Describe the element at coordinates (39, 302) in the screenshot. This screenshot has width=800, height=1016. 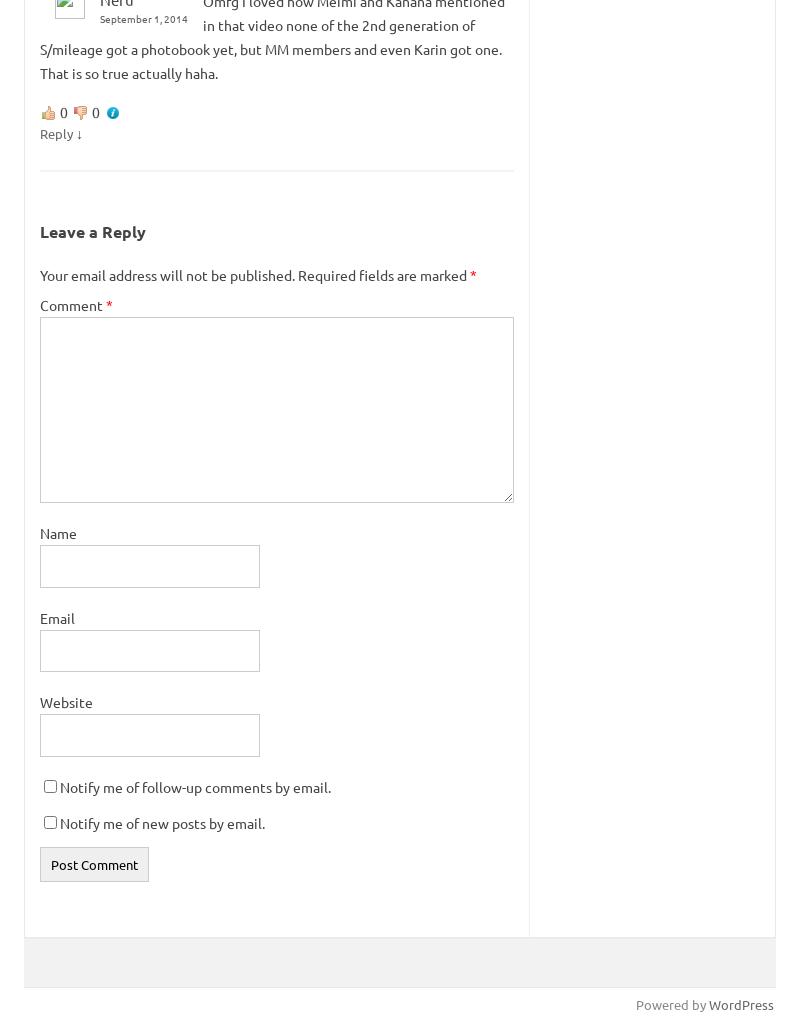
I see `'Comment'` at that location.